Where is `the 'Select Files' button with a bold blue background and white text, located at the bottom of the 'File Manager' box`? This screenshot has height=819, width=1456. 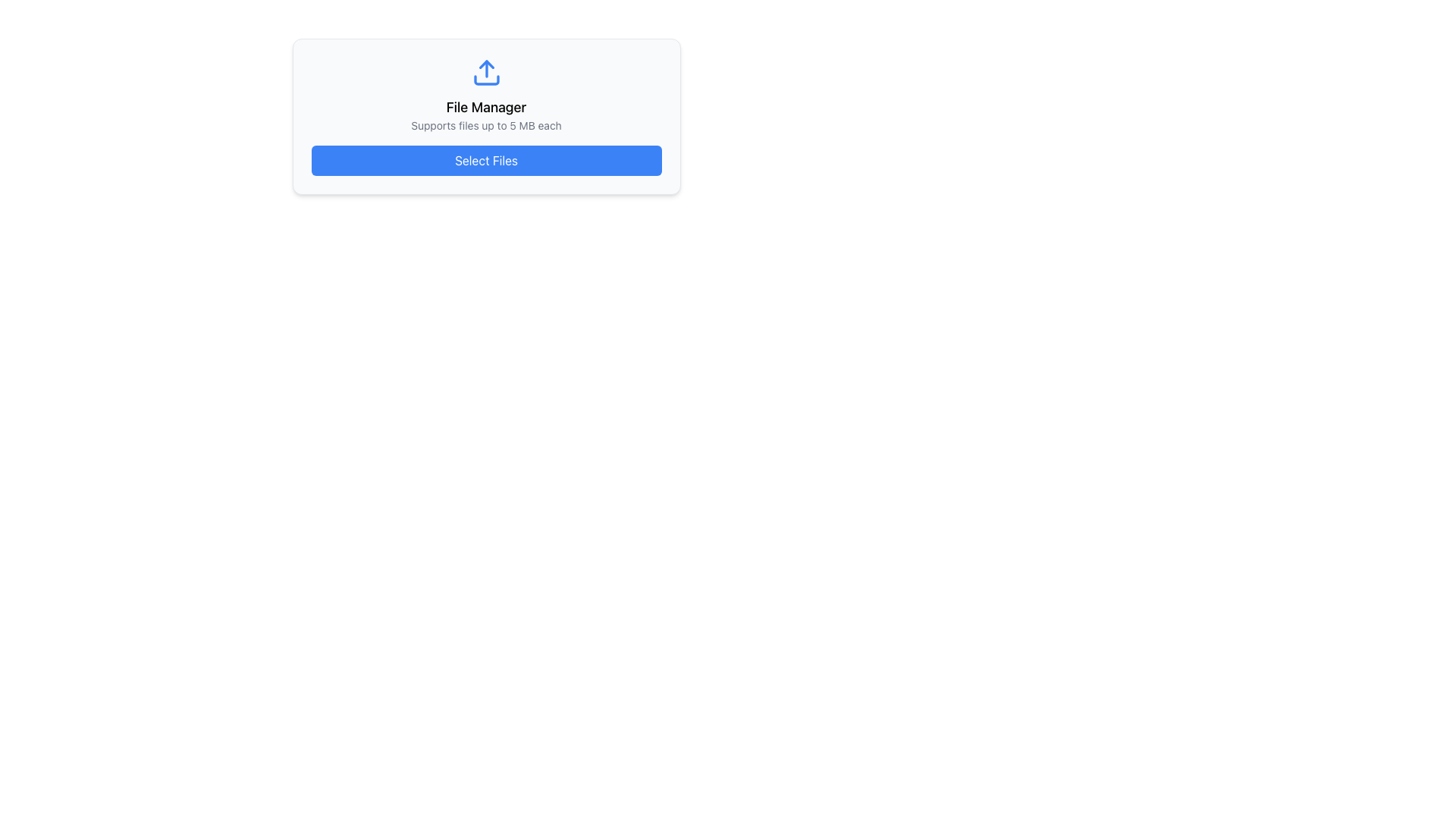
the 'Select Files' button with a bold blue background and white text, located at the bottom of the 'File Manager' box is located at coordinates (486, 161).